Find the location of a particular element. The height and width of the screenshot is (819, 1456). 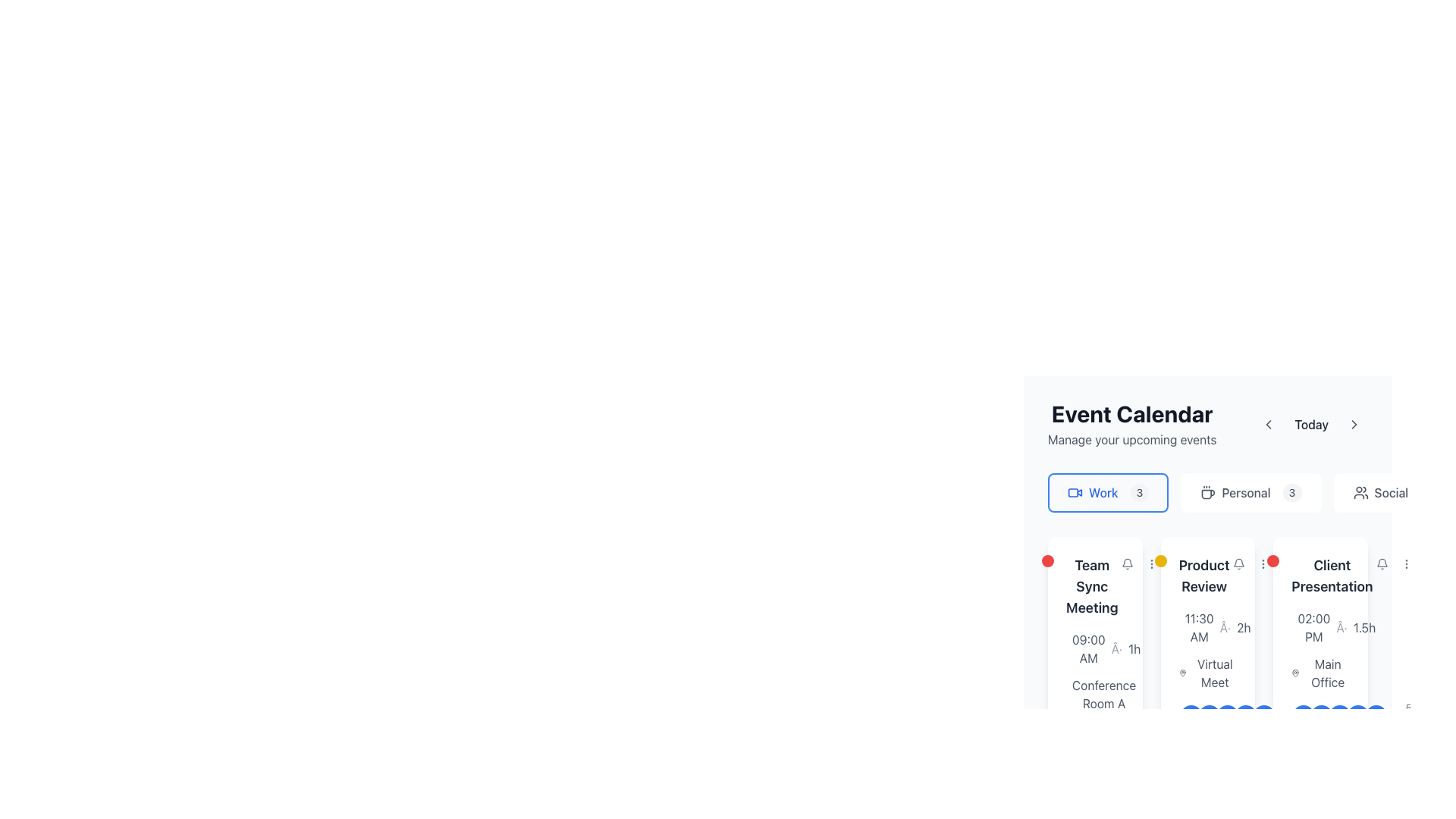

the ellipsis icon located at the top-right corner of the 'Client Presentation' card is located at coordinates (1405, 564).